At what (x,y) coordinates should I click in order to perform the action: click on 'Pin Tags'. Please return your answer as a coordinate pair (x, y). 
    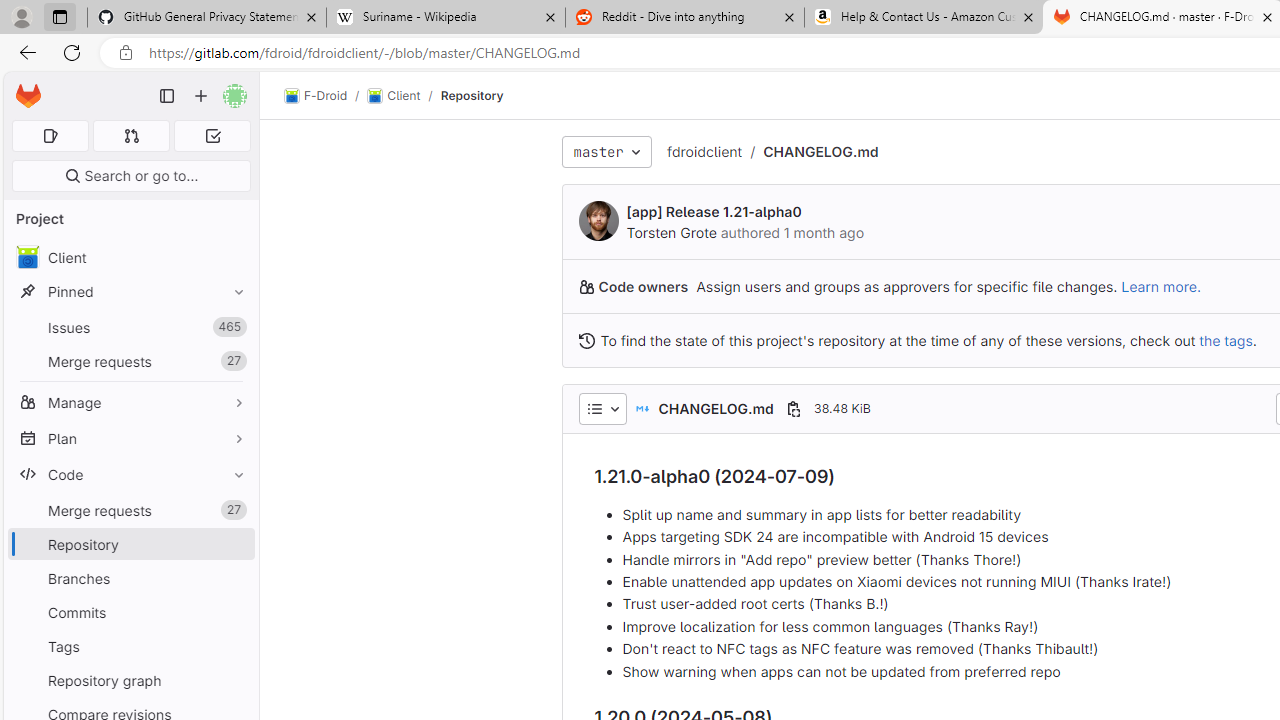
    Looking at the image, I should click on (234, 646).